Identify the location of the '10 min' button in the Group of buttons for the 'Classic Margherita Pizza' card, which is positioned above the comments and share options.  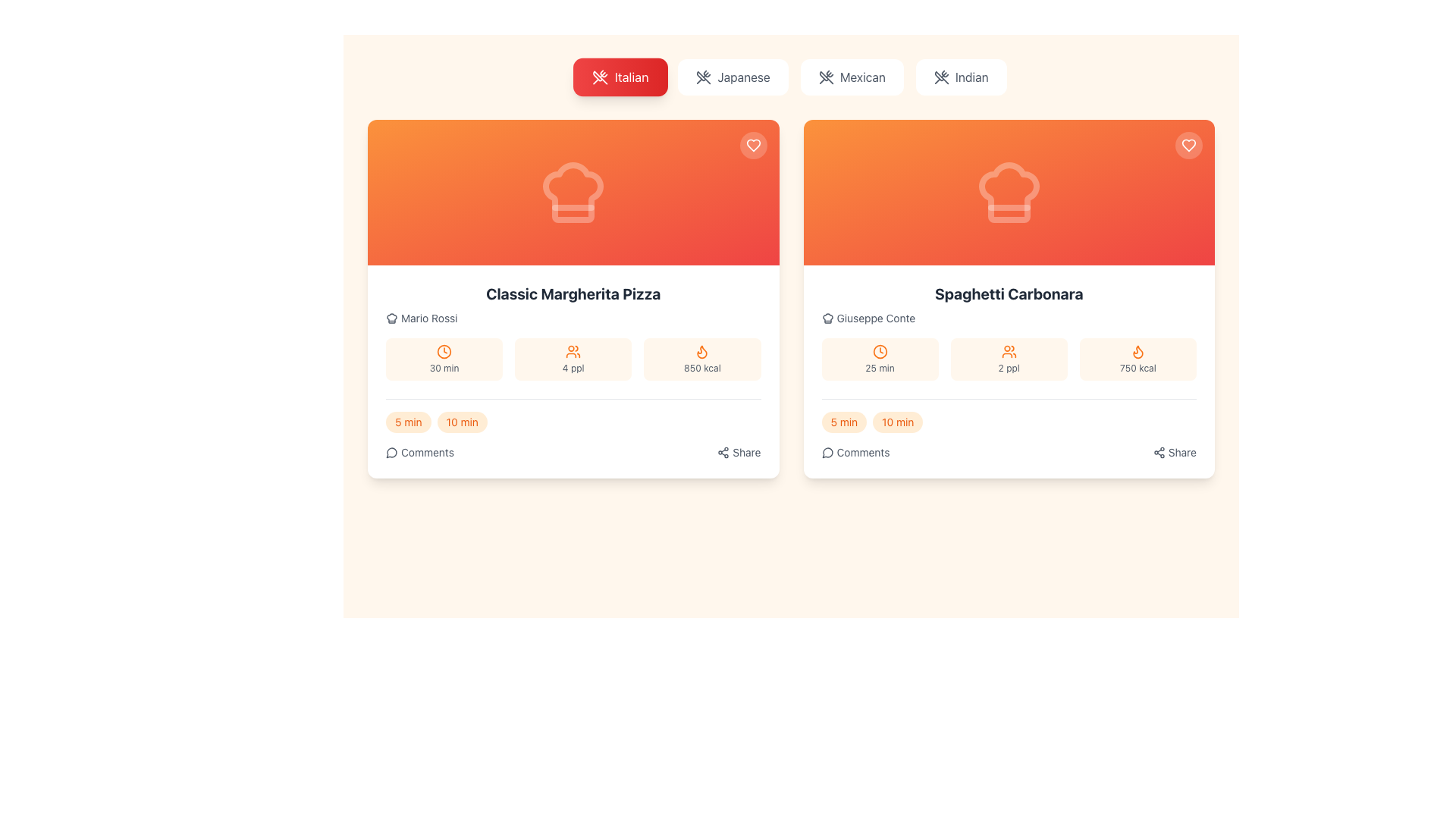
(573, 422).